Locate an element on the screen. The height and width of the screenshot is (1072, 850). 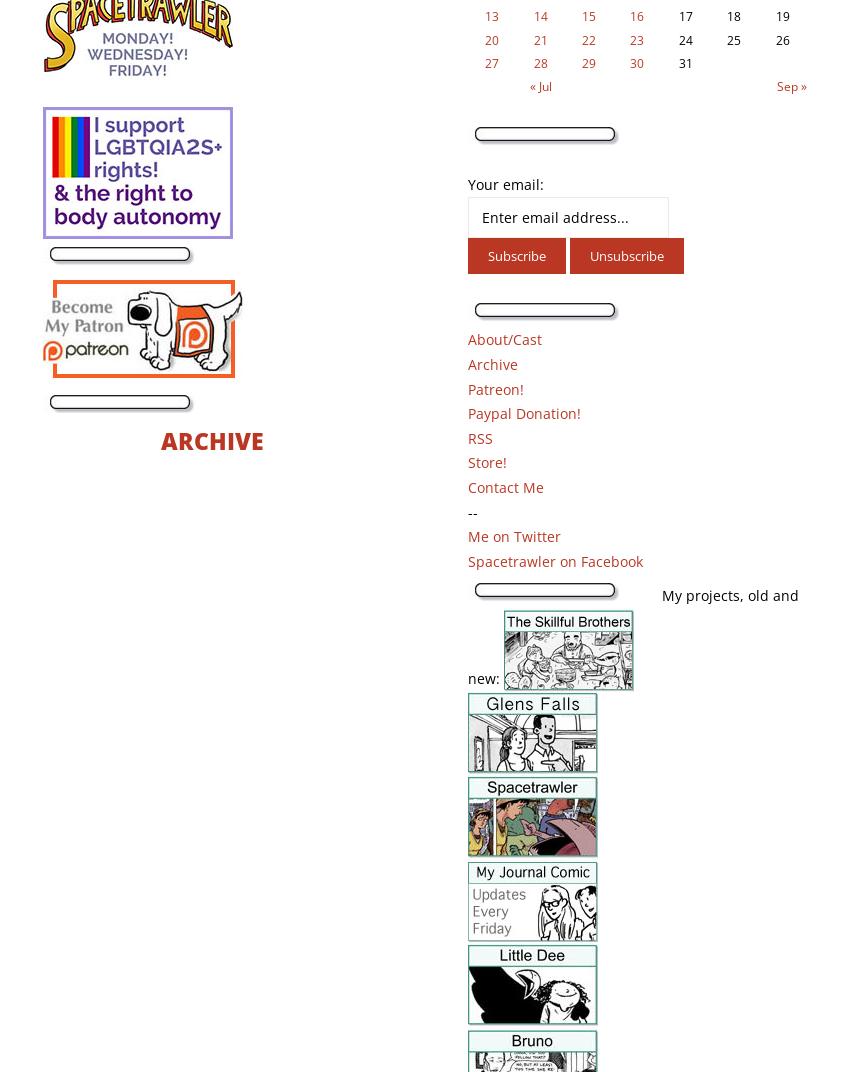
'18' is located at coordinates (727, 15).